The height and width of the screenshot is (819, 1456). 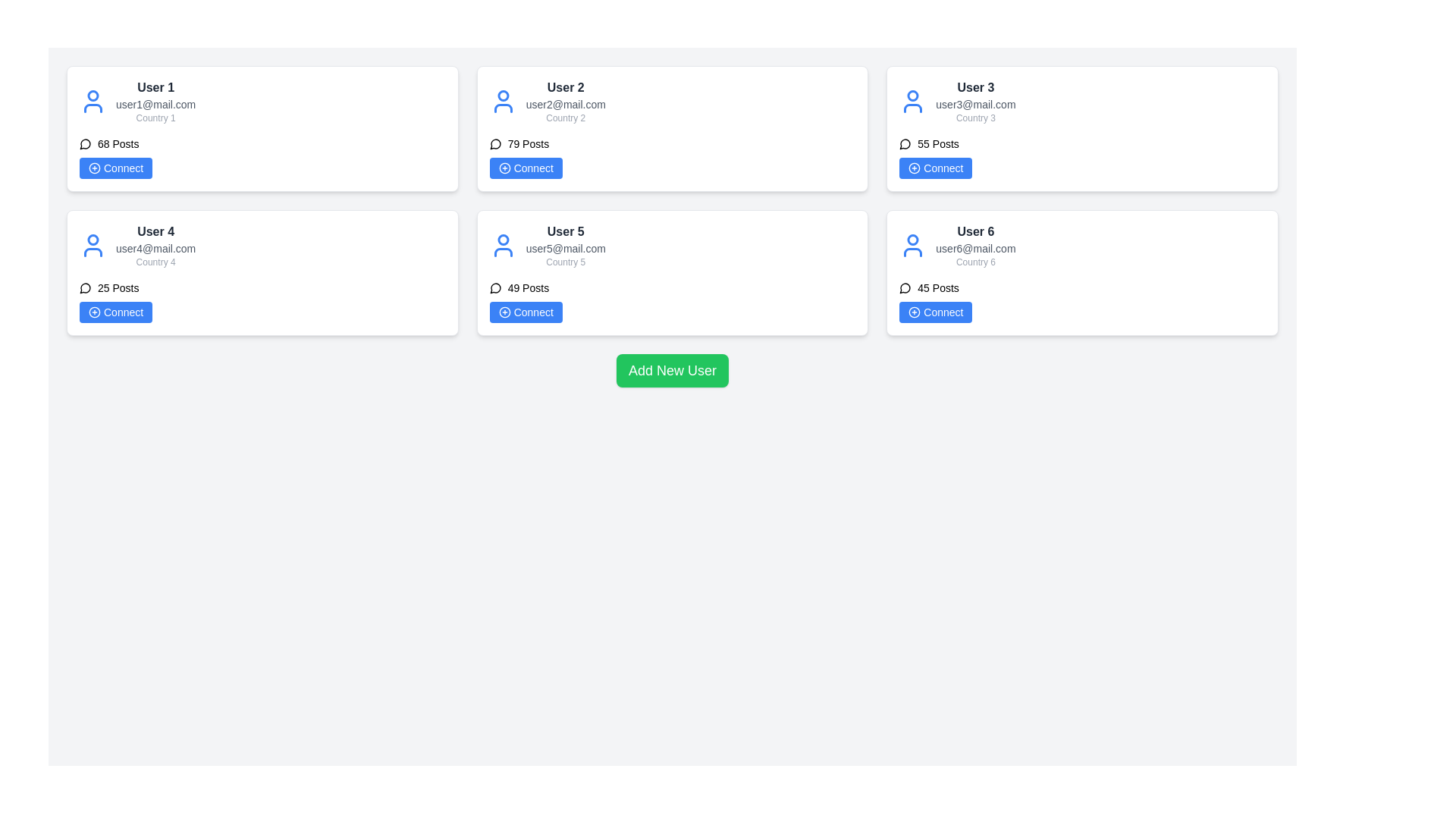 I want to click on the static text component that indicates the number of posts associated with 'User 4' in the second card of the left column, below the title and email address, and above the 'Connect' button, so click(x=118, y=288).